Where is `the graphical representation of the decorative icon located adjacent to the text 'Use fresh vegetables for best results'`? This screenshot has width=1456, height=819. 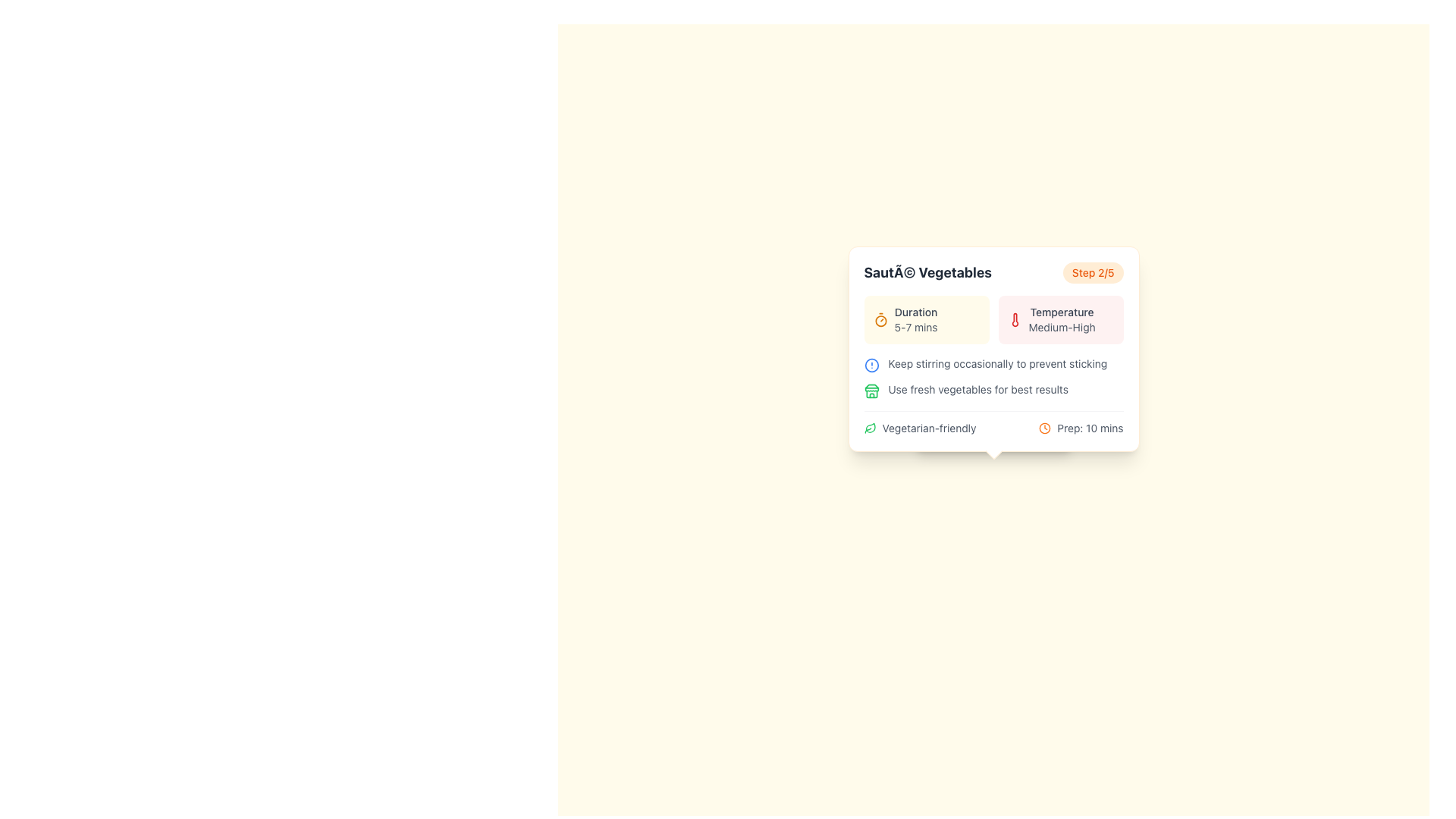 the graphical representation of the decorative icon located adjacent to the text 'Use fresh vegetables for best results' is located at coordinates (871, 391).